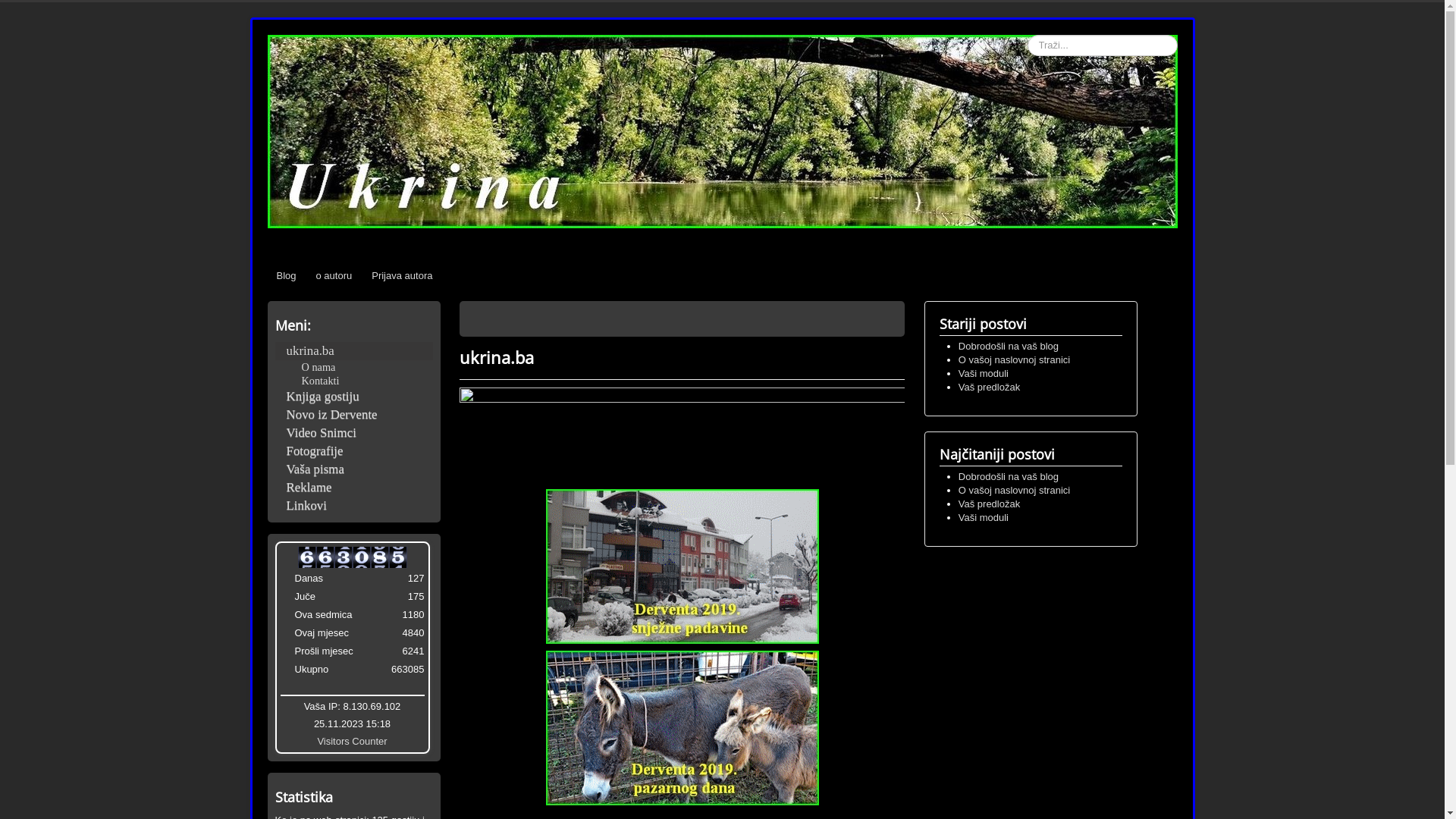 The image size is (1456, 819). Describe the element at coordinates (286, 635) in the screenshot. I see `'2023-11-01'` at that location.